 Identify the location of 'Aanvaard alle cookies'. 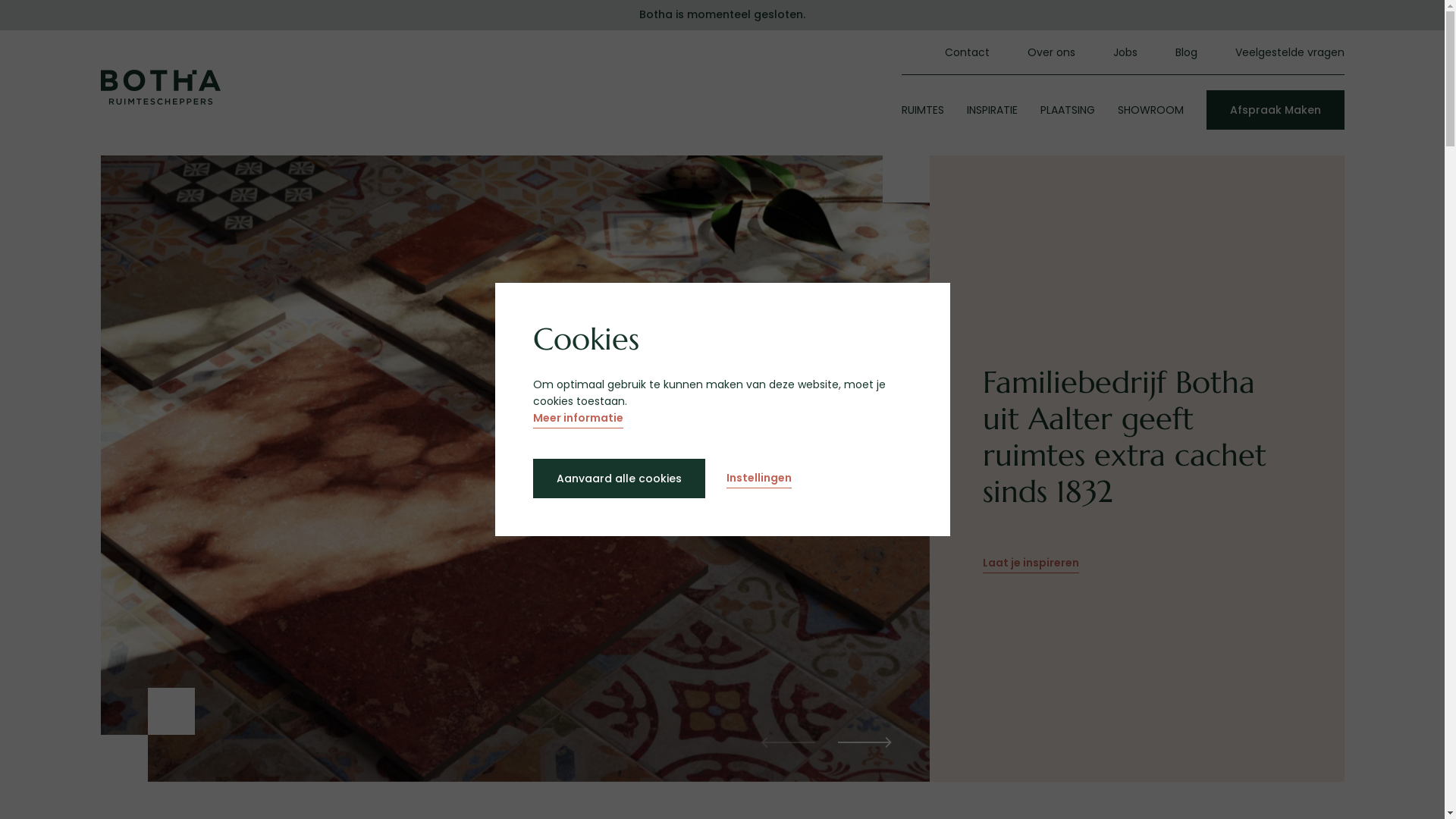
(618, 479).